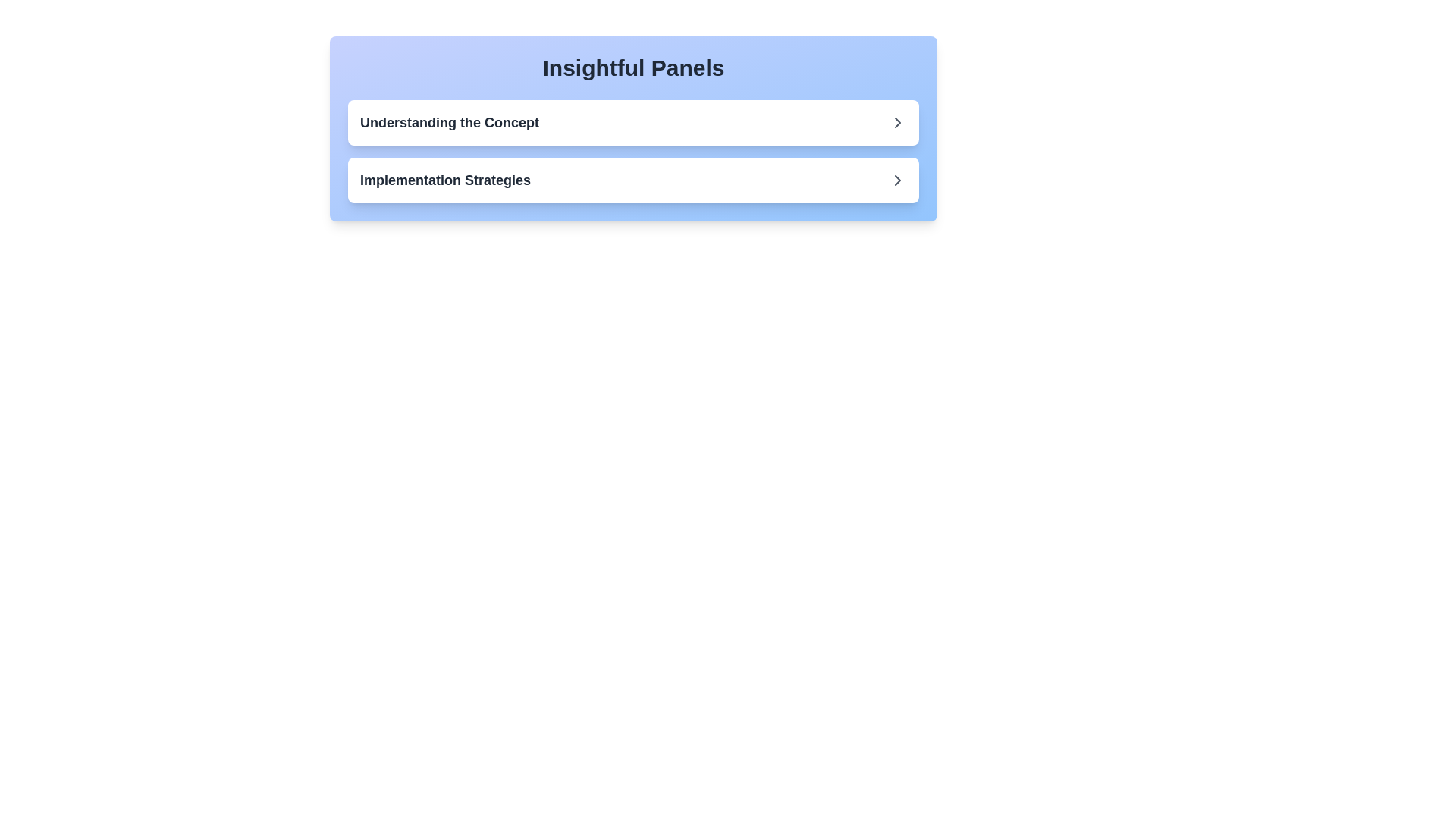 Image resolution: width=1456 pixels, height=819 pixels. I want to click on the right-pointing gray arrow icon in the second list item of 'Insightful Panels', so click(898, 122).